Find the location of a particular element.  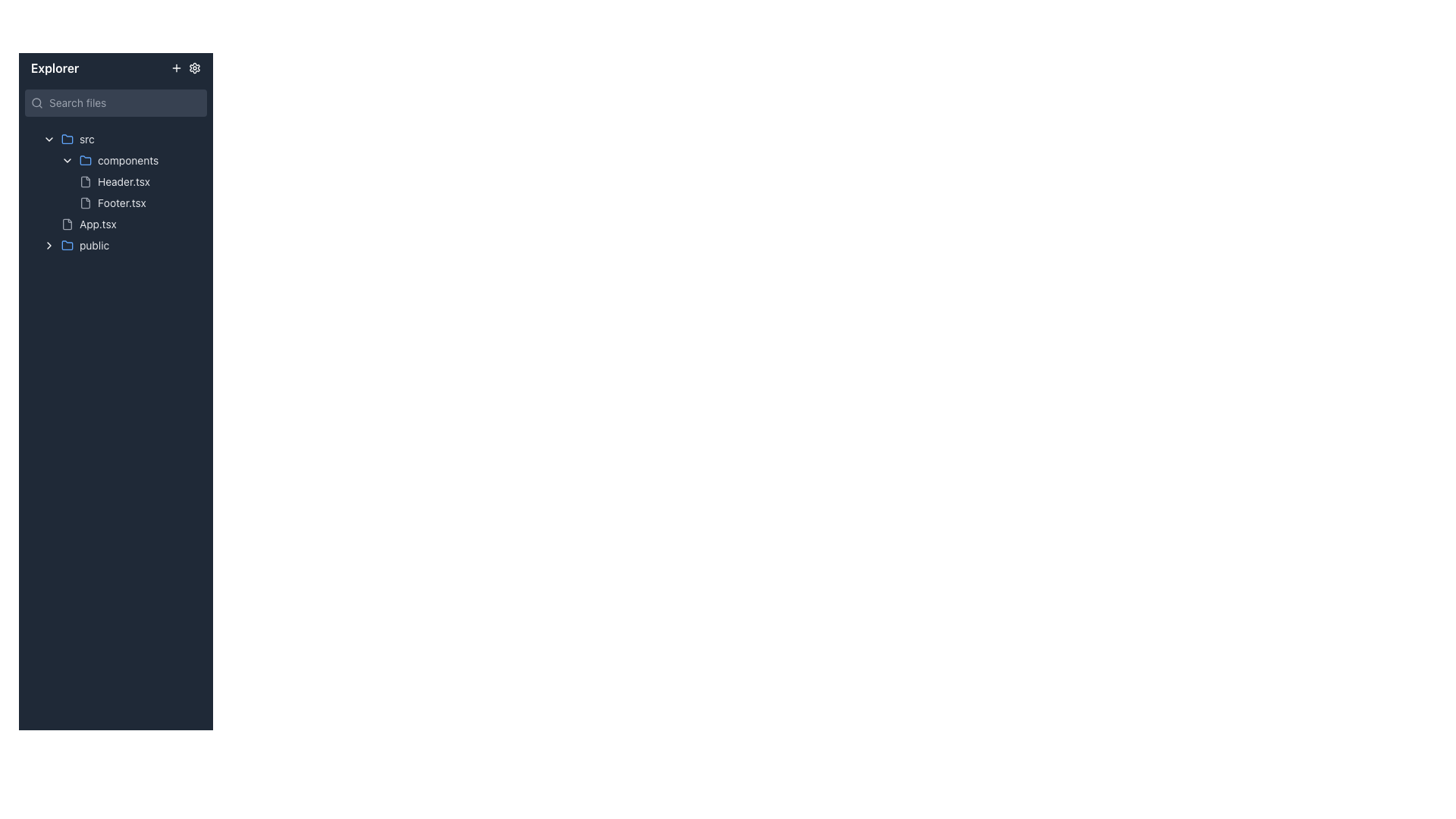

the 'App.tsx' file icon is located at coordinates (67, 224).